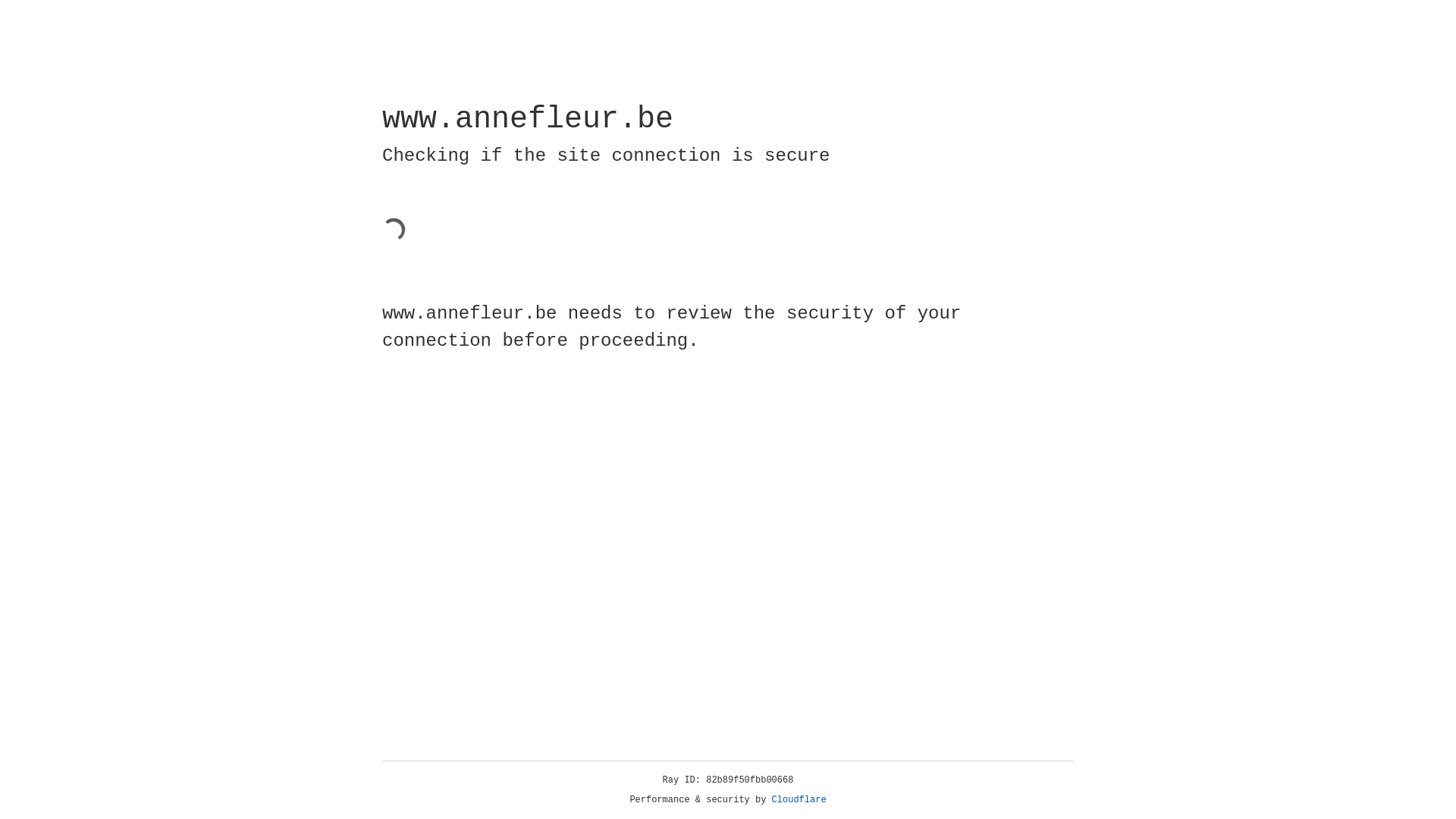 The height and width of the screenshot is (819, 1456). What do you see at coordinates (799, 799) in the screenshot?
I see `'Cloudflare'` at bounding box center [799, 799].